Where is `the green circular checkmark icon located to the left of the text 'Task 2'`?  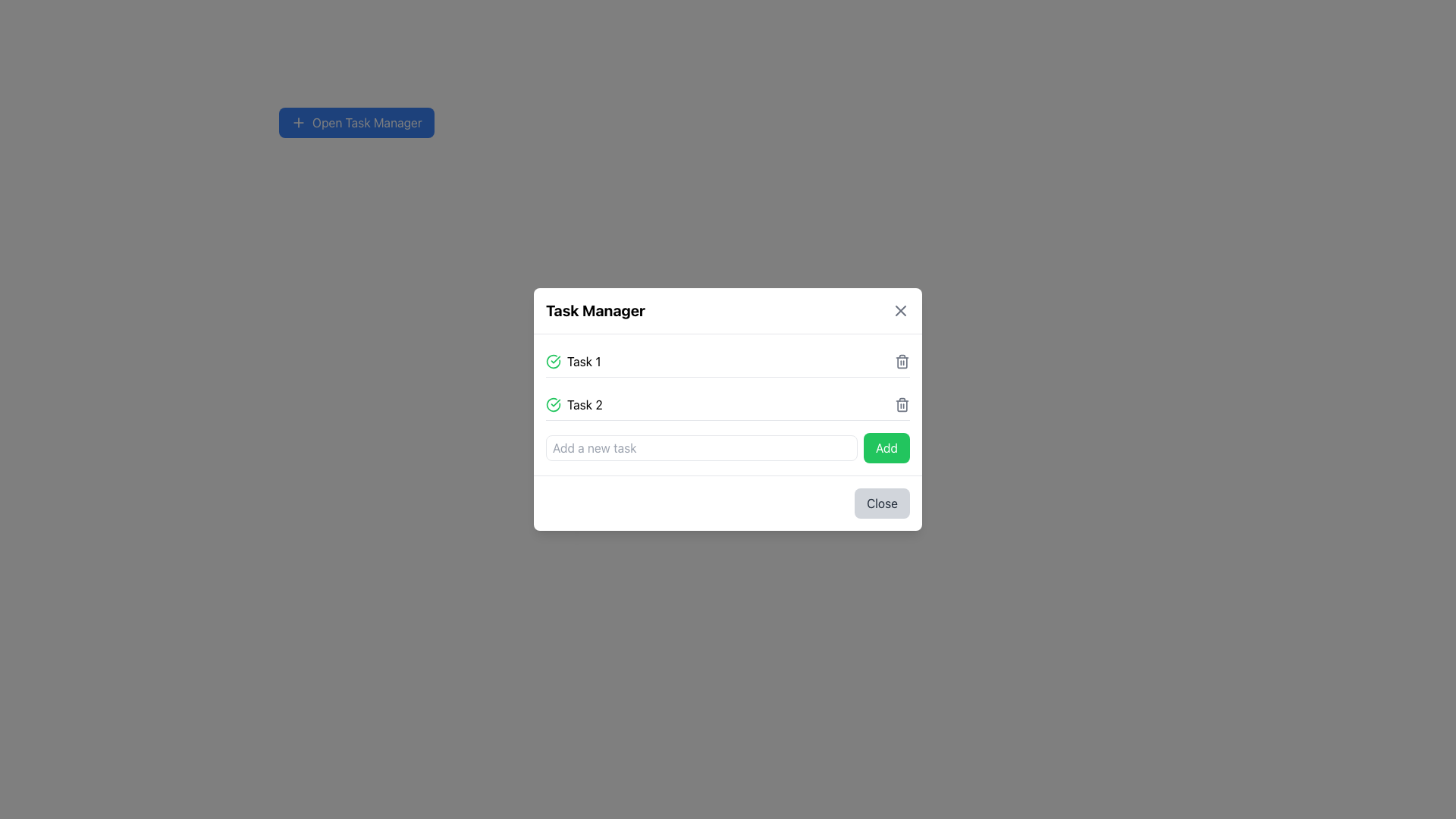 the green circular checkmark icon located to the left of the text 'Task 2' is located at coordinates (552, 403).